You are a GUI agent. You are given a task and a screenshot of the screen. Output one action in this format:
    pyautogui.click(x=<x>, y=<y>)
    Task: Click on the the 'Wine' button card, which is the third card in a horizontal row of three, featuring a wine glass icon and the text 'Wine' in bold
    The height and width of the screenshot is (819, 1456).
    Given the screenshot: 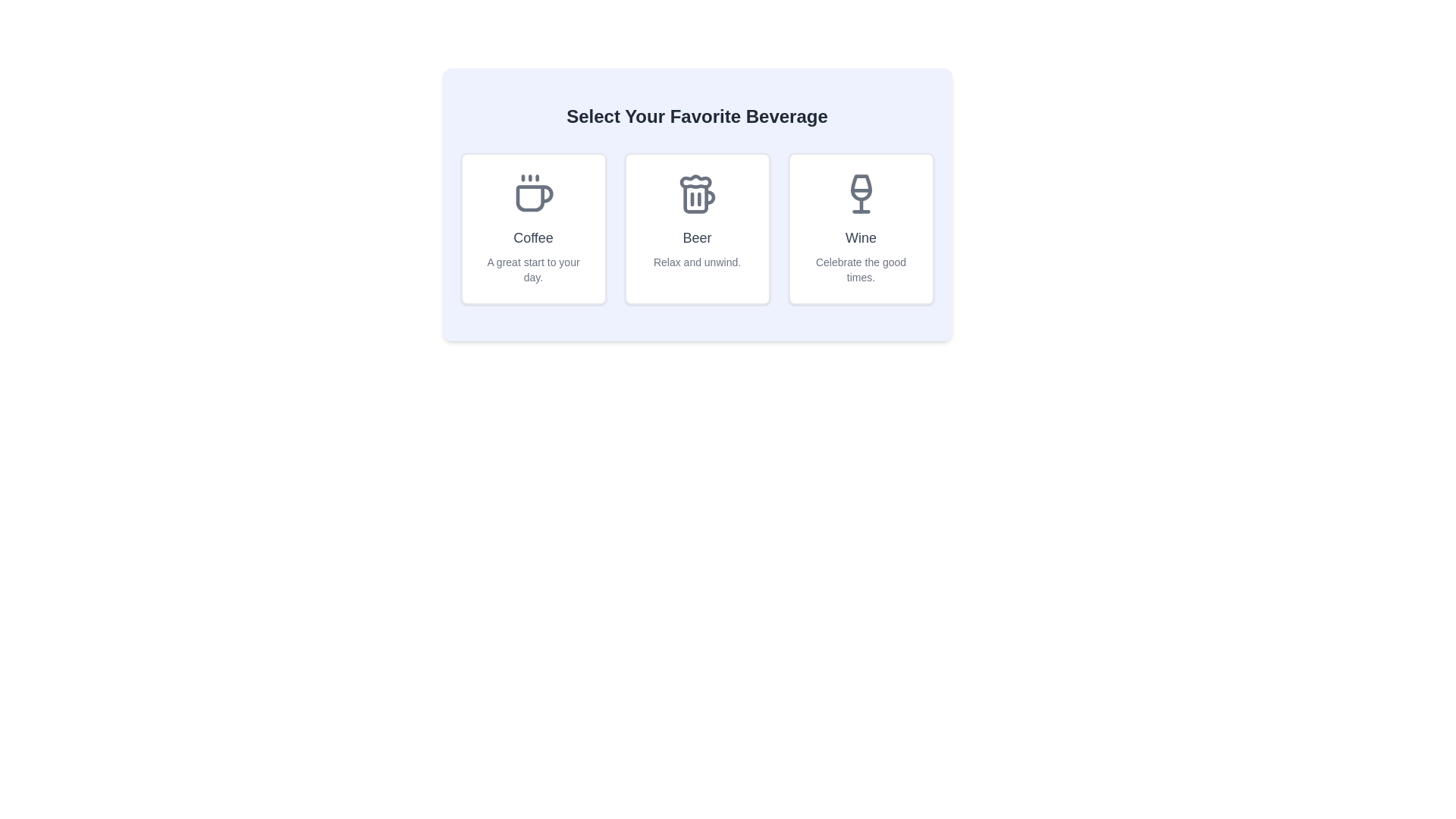 What is the action you would take?
    pyautogui.click(x=861, y=228)
    